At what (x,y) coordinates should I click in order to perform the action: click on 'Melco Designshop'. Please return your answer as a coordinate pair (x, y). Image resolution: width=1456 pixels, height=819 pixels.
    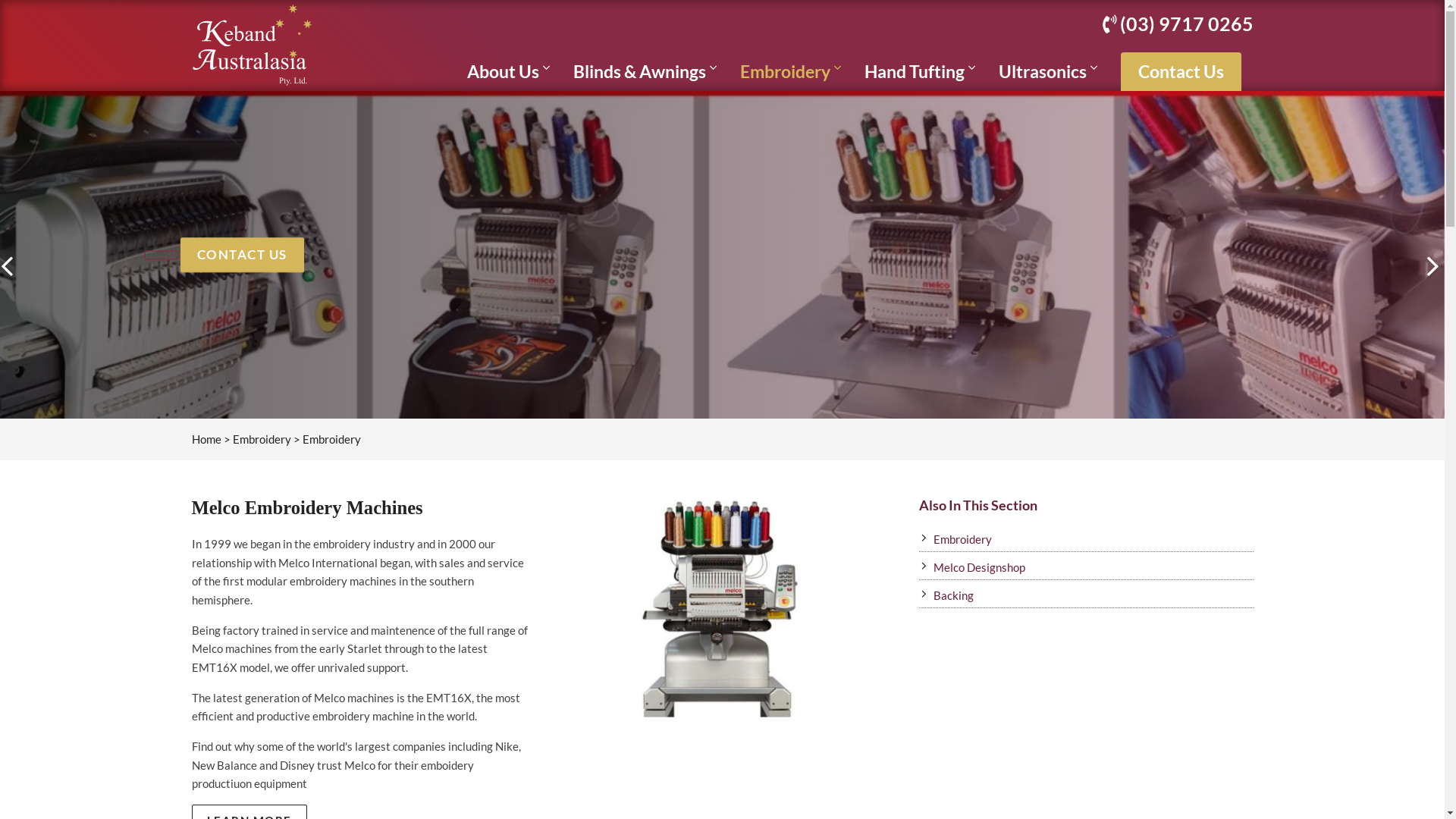
    Looking at the image, I should click on (1084, 567).